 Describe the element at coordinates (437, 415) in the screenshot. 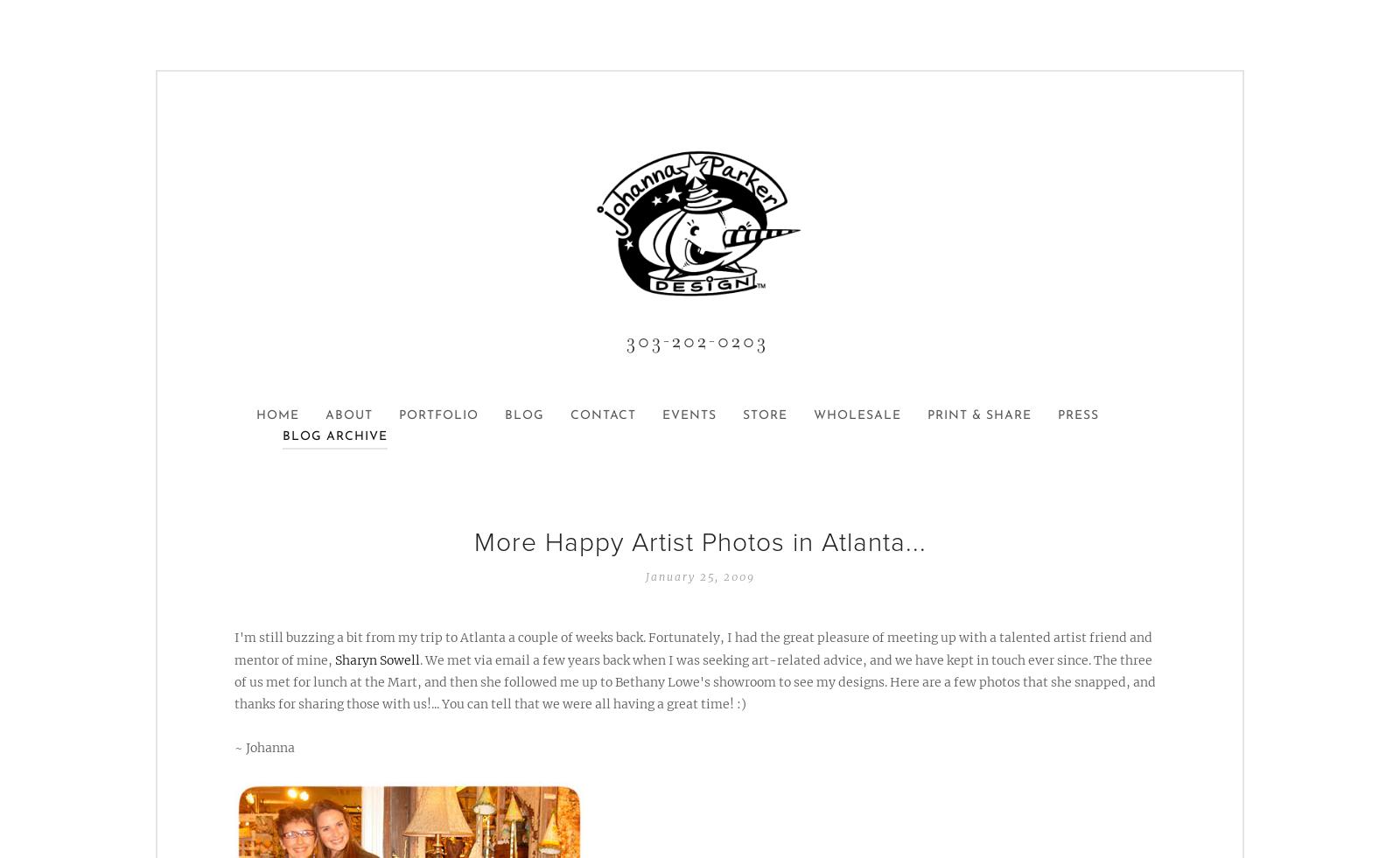

I see `'Portfolio'` at that location.